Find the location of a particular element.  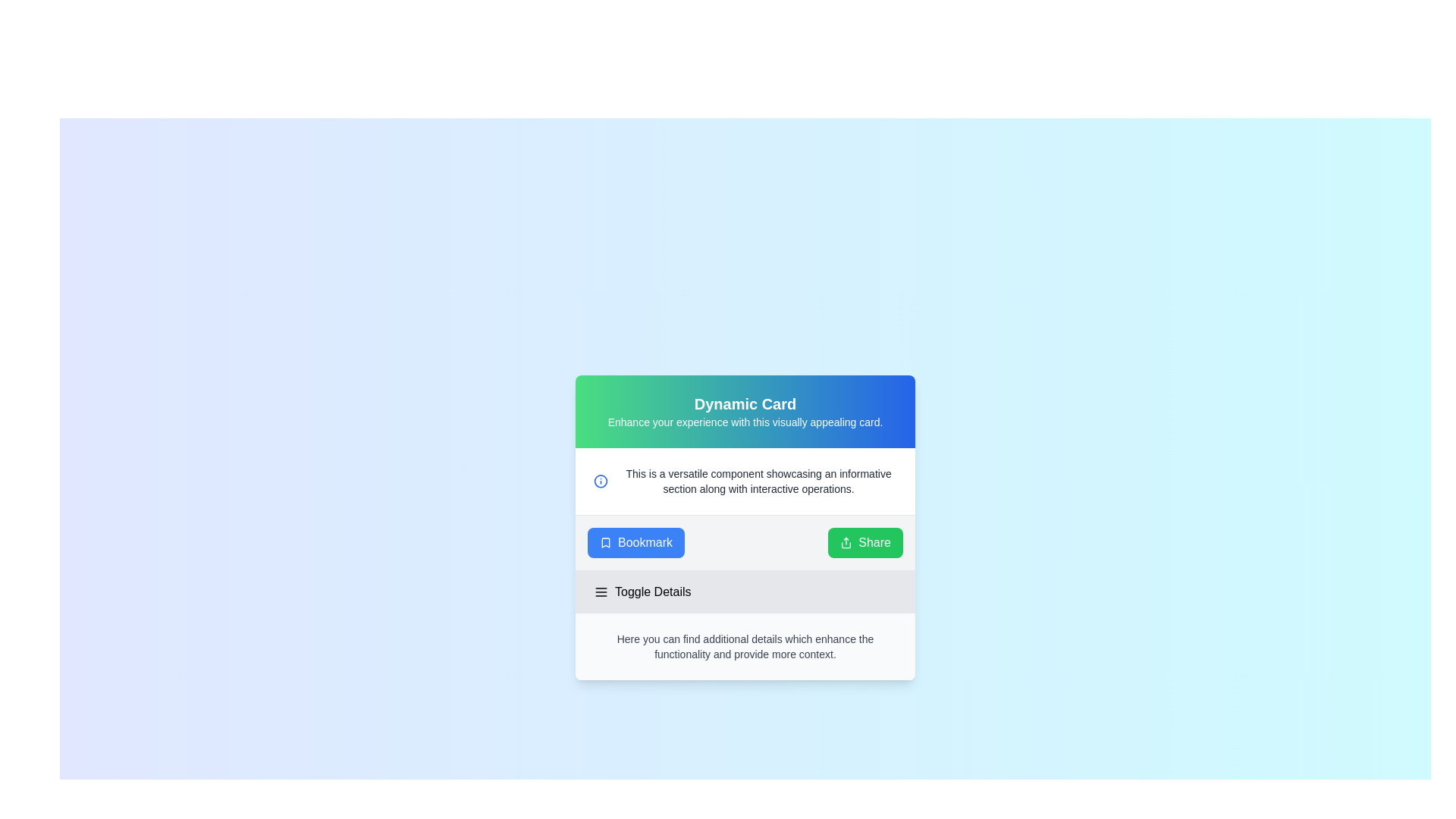

the Toggleable Section located at the bottom of the 'Dynamic Card', positioned below the 'Bookmark' and 'Share' buttons is located at coordinates (745, 625).